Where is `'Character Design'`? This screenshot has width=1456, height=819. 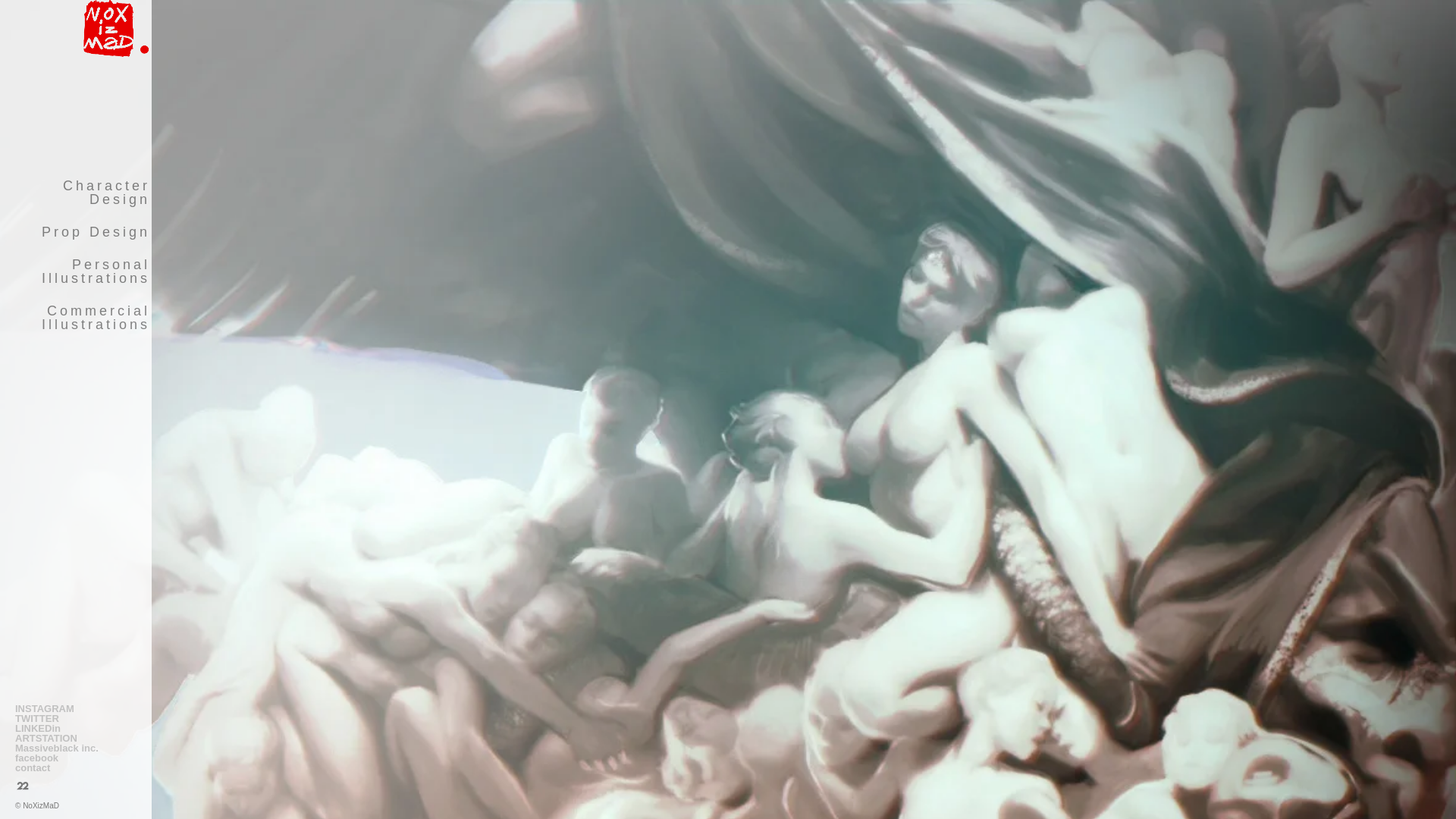 'Character Design' is located at coordinates (1, 192).